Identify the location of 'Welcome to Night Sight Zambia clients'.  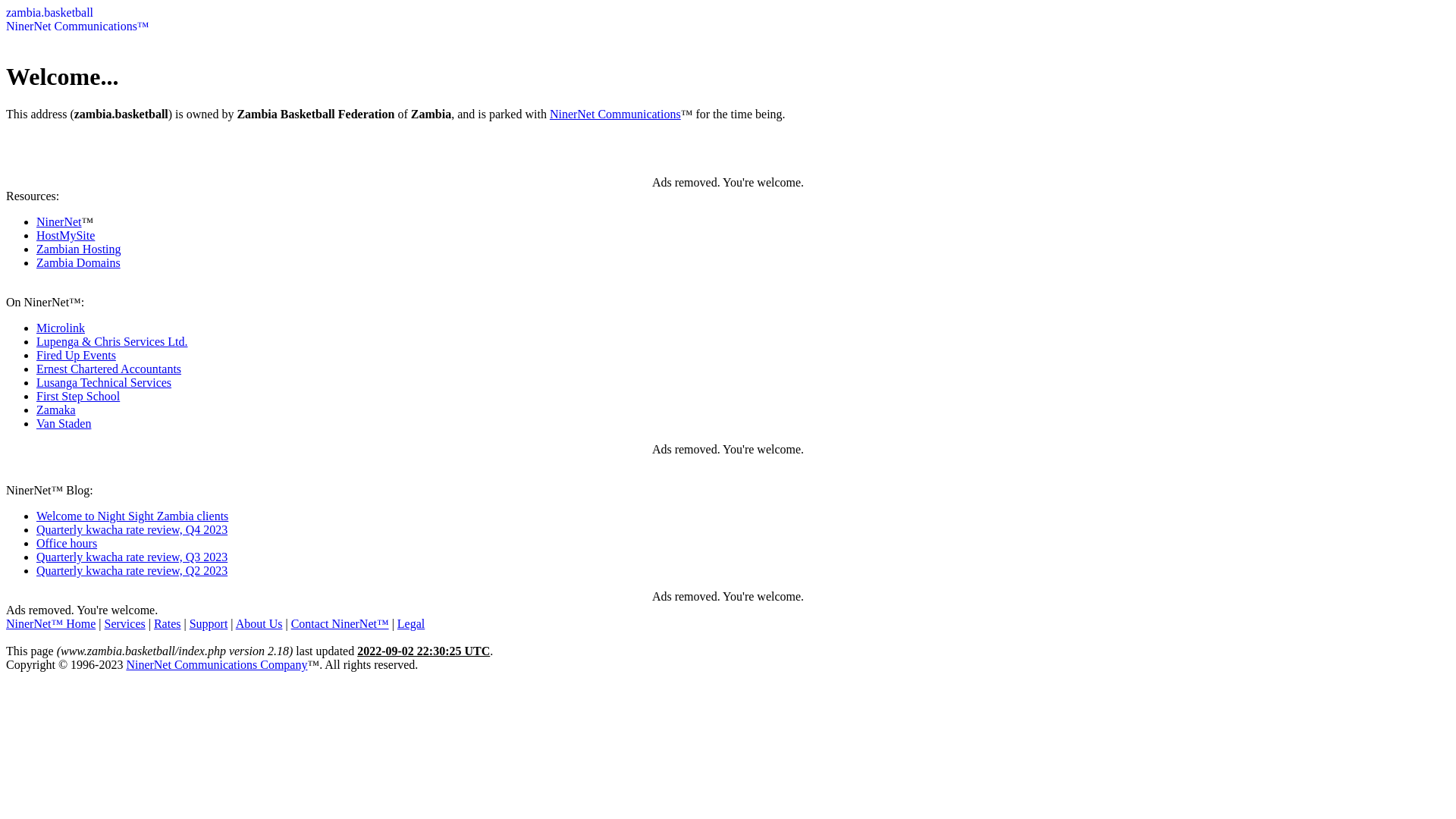
(132, 515).